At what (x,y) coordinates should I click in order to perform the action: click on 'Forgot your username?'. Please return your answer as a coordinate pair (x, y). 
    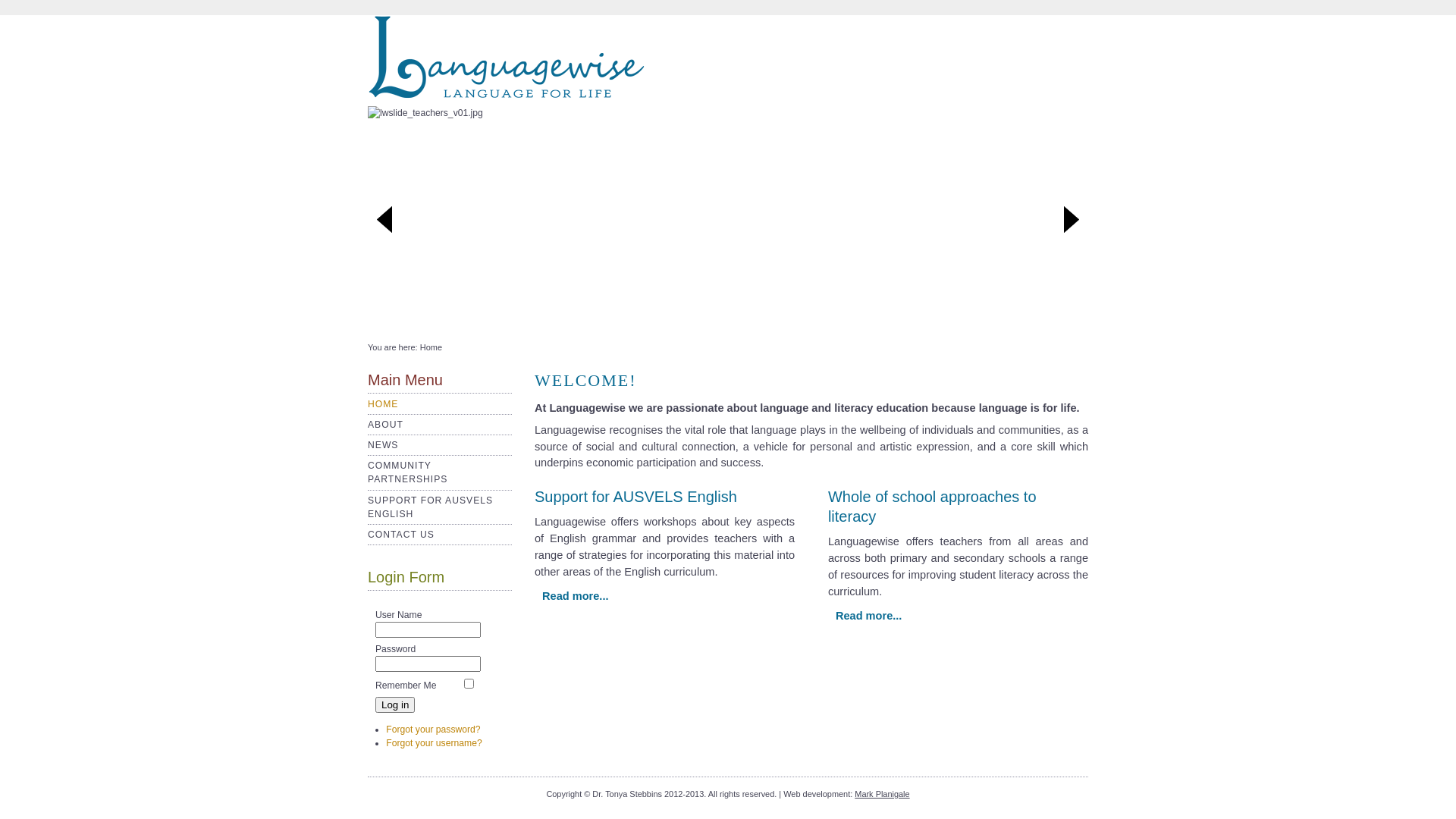
    Looking at the image, I should click on (432, 742).